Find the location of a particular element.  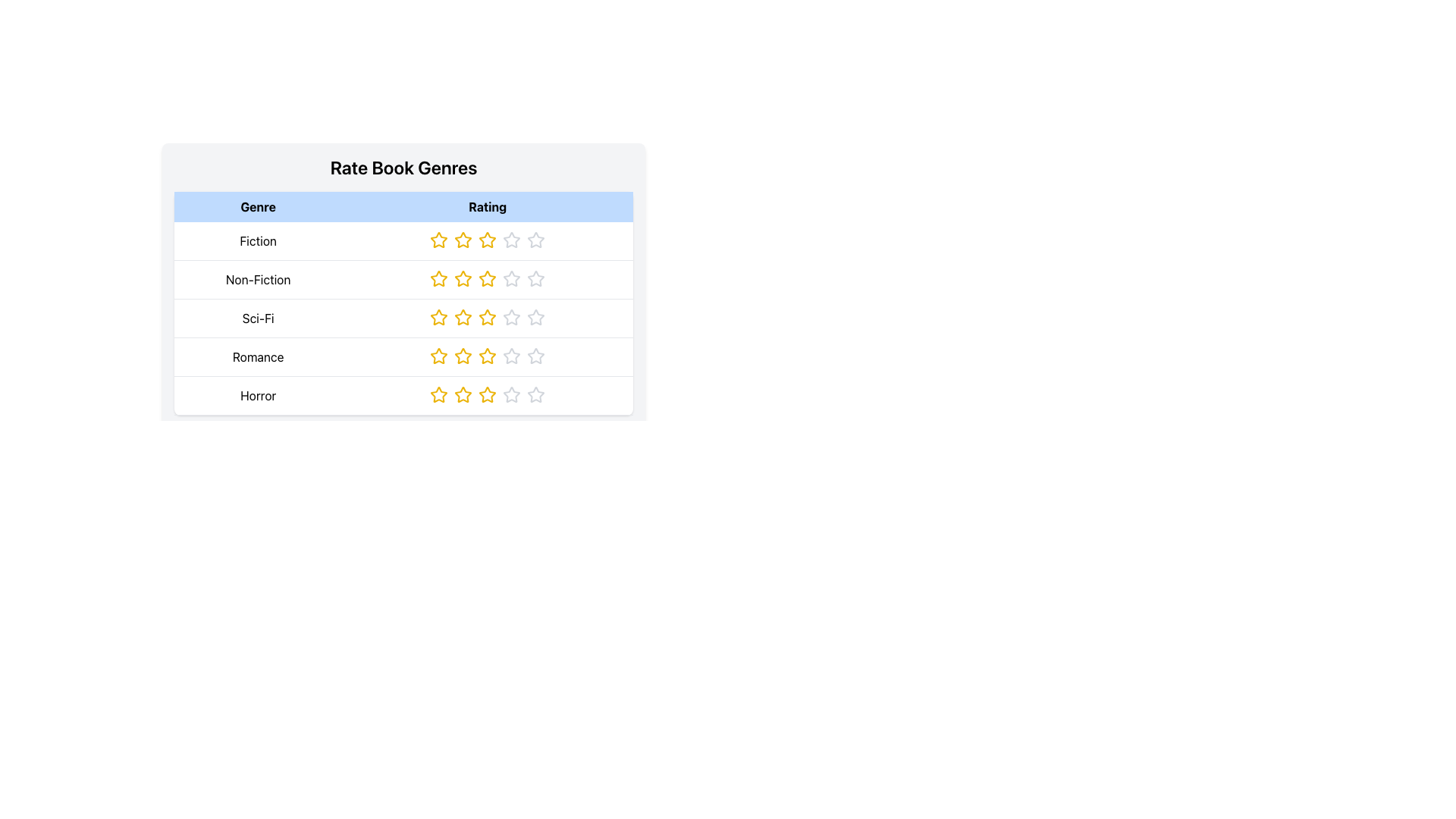

the fourth Rating Star in the 'Sci-Fi' row is located at coordinates (512, 317).